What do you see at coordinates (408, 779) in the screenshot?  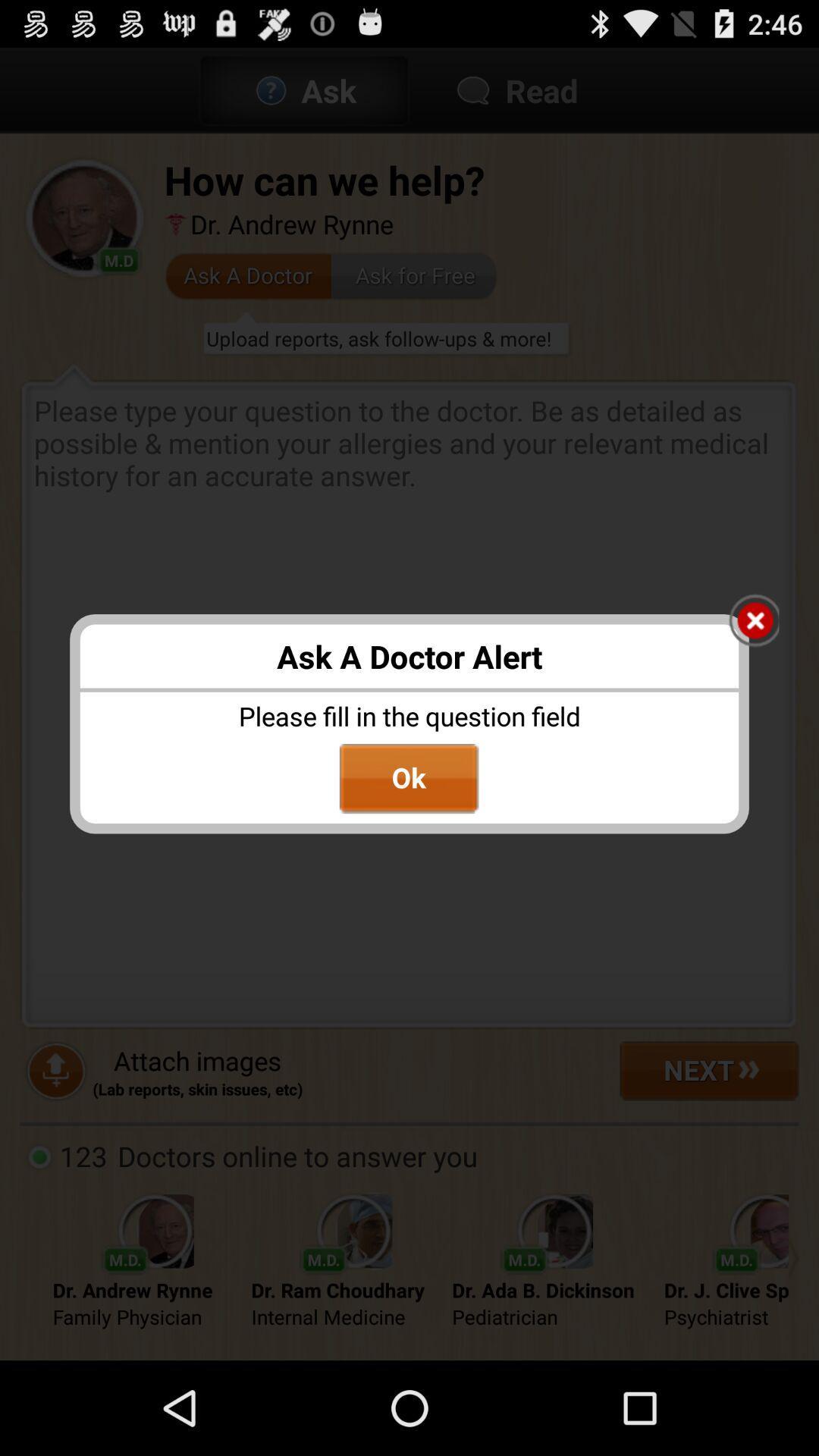 I see `the app below the please fill in icon` at bounding box center [408, 779].